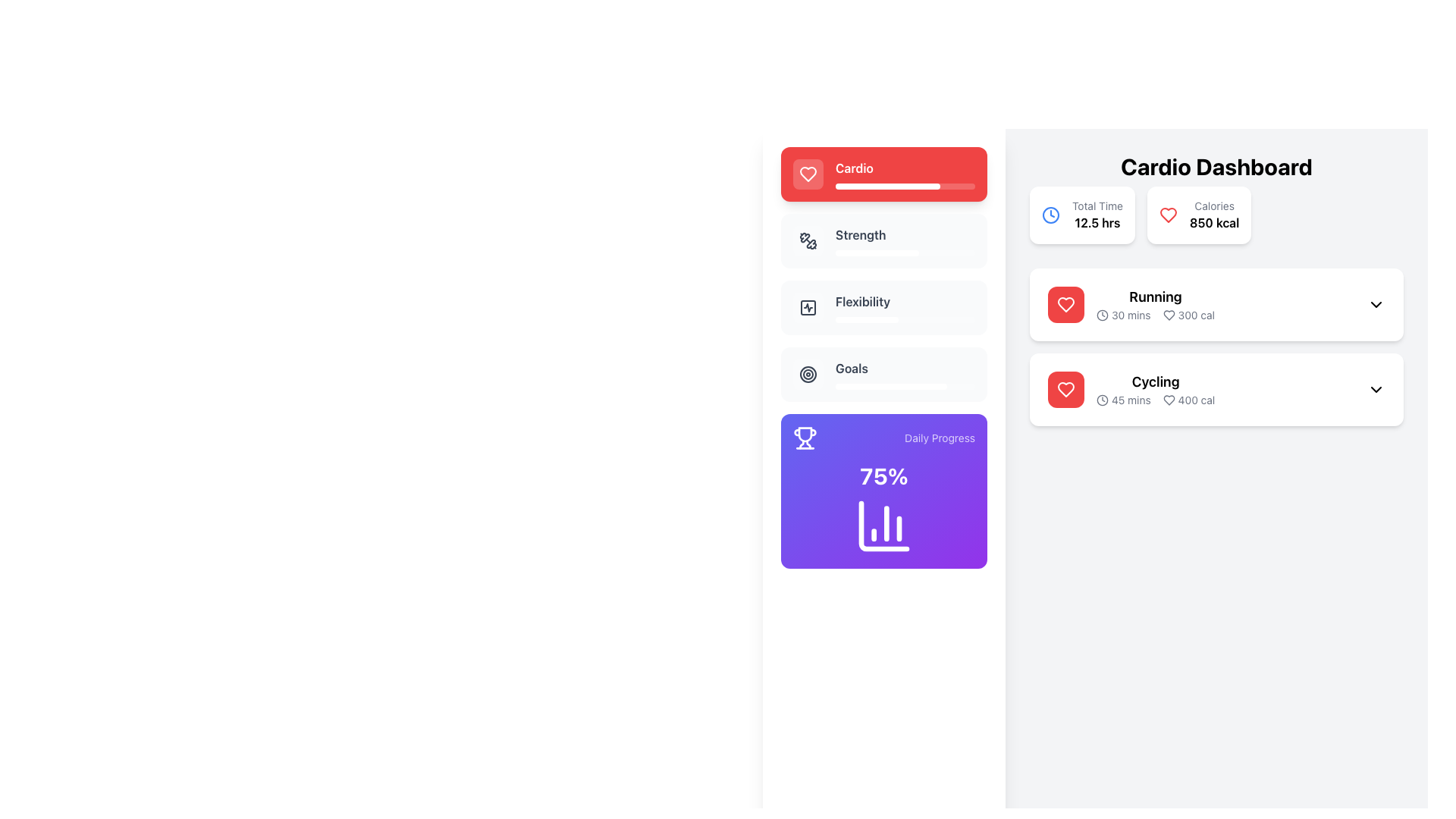  What do you see at coordinates (1097, 222) in the screenshot?
I see `information displayed in the Text element showing '12.5 hrs' in the 'Total Time' section of the Cardio Dashboard` at bounding box center [1097, 222].